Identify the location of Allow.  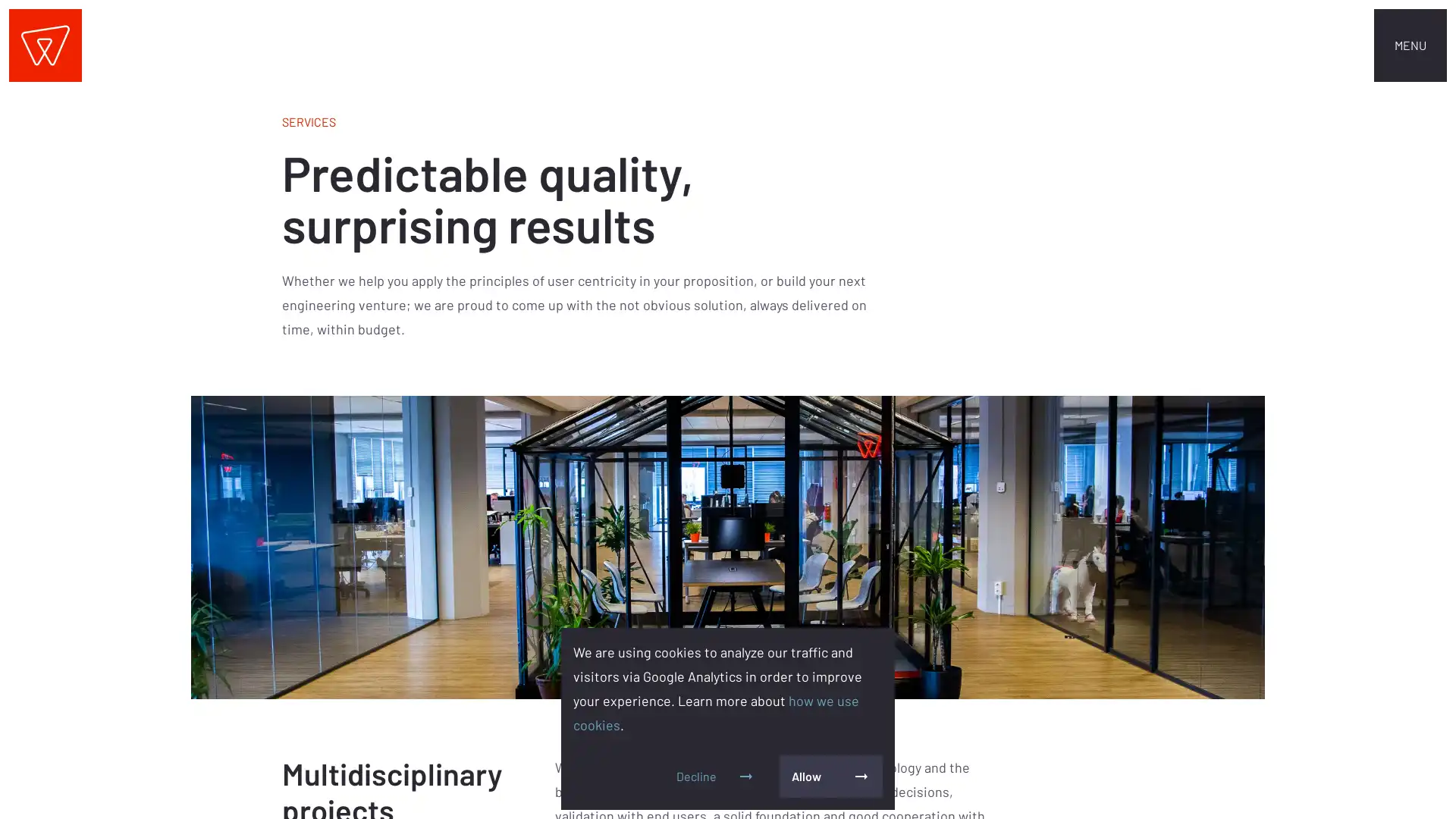
(830, 776).